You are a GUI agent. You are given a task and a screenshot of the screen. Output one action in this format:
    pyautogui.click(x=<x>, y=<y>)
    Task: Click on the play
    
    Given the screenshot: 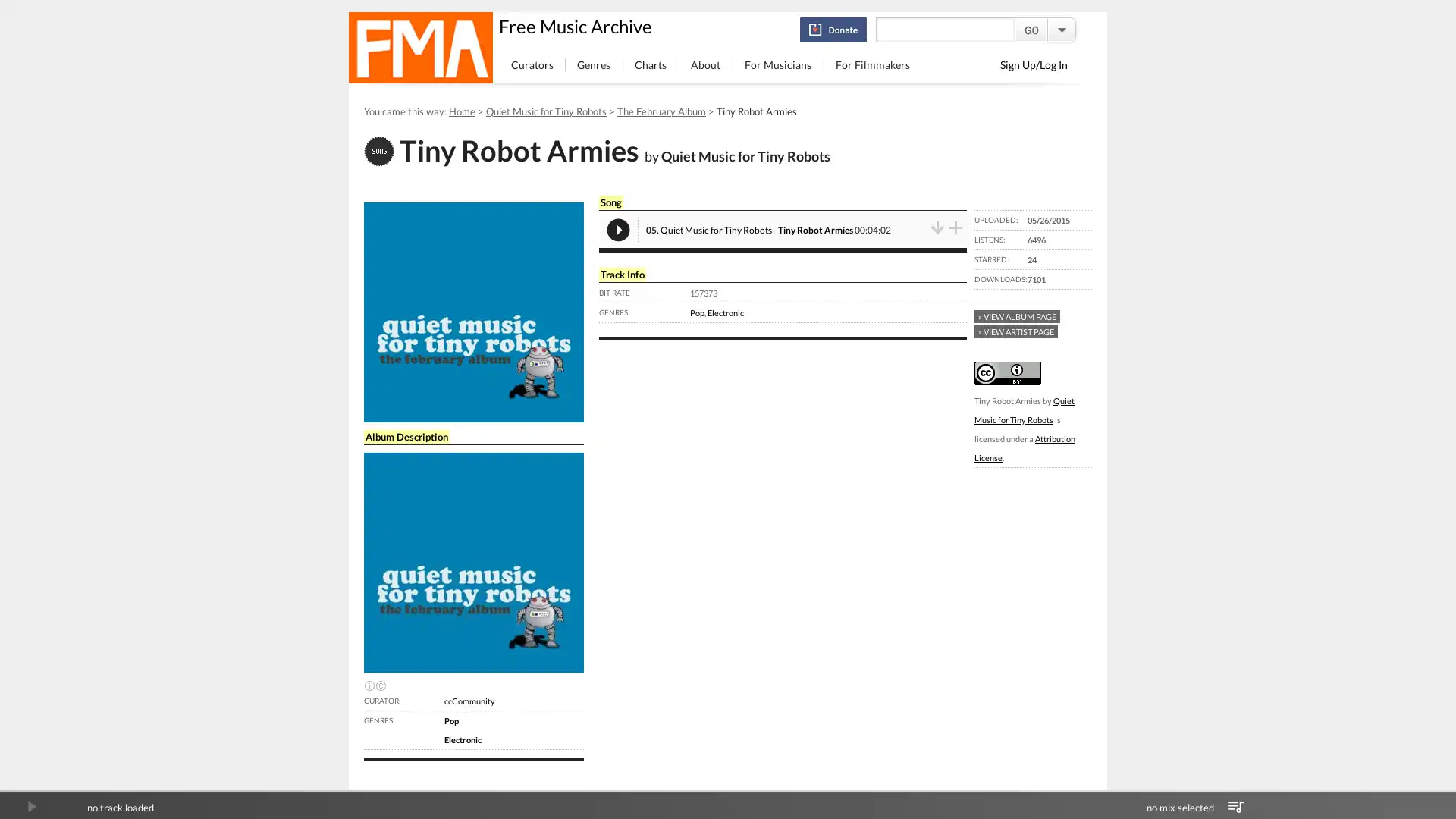 What is the action you would take?
    pyautogui.click(x=31, y=806)
    